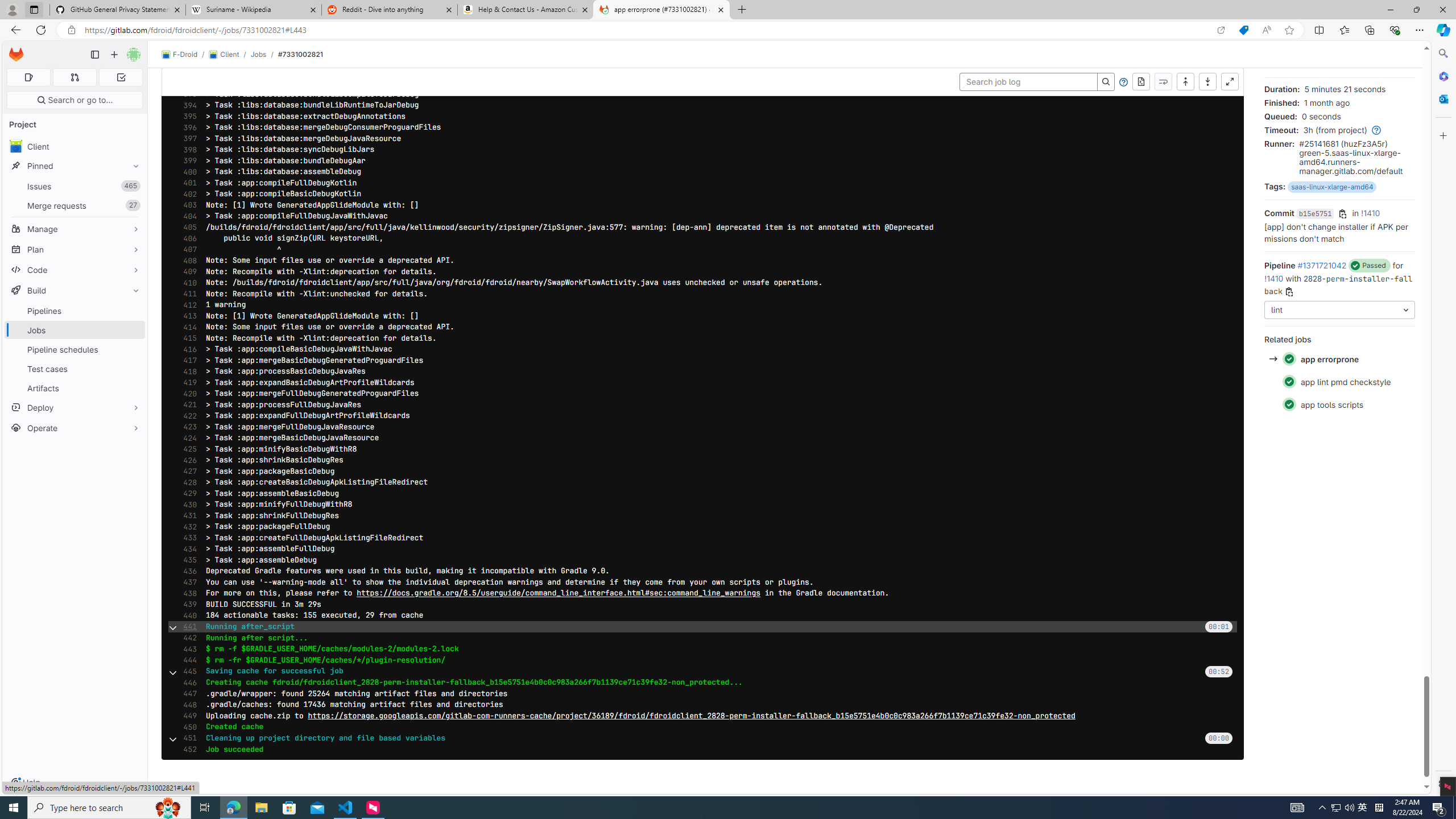 Image resolution: width=1456 pixels, height=819 pixels. What do you see at coordinates (186, 349) in the screenshot?
I see `'416'` at bounding box center [186, 349].